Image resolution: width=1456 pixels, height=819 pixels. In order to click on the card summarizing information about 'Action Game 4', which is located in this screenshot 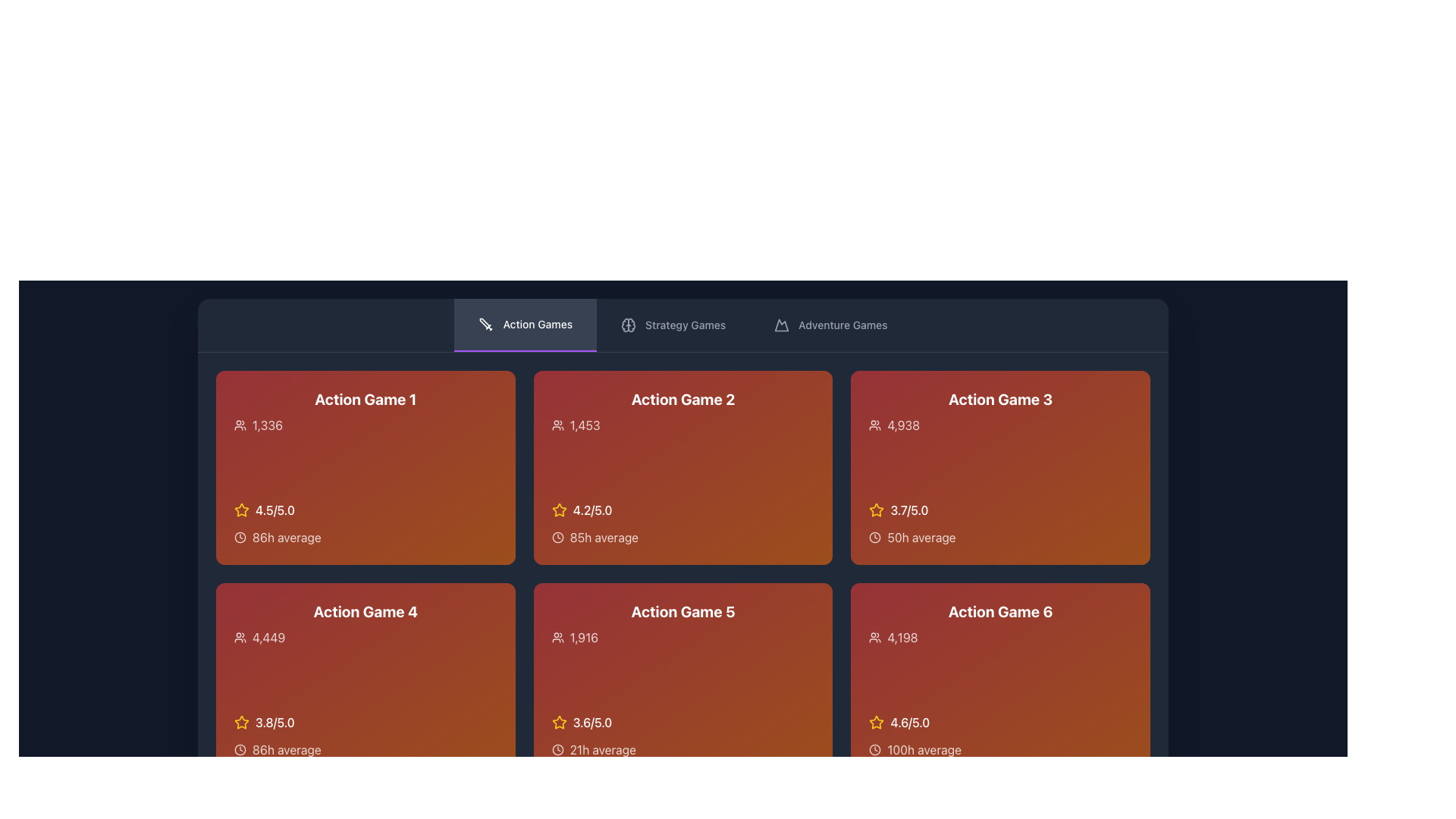, I will do `click(366, 679)`.